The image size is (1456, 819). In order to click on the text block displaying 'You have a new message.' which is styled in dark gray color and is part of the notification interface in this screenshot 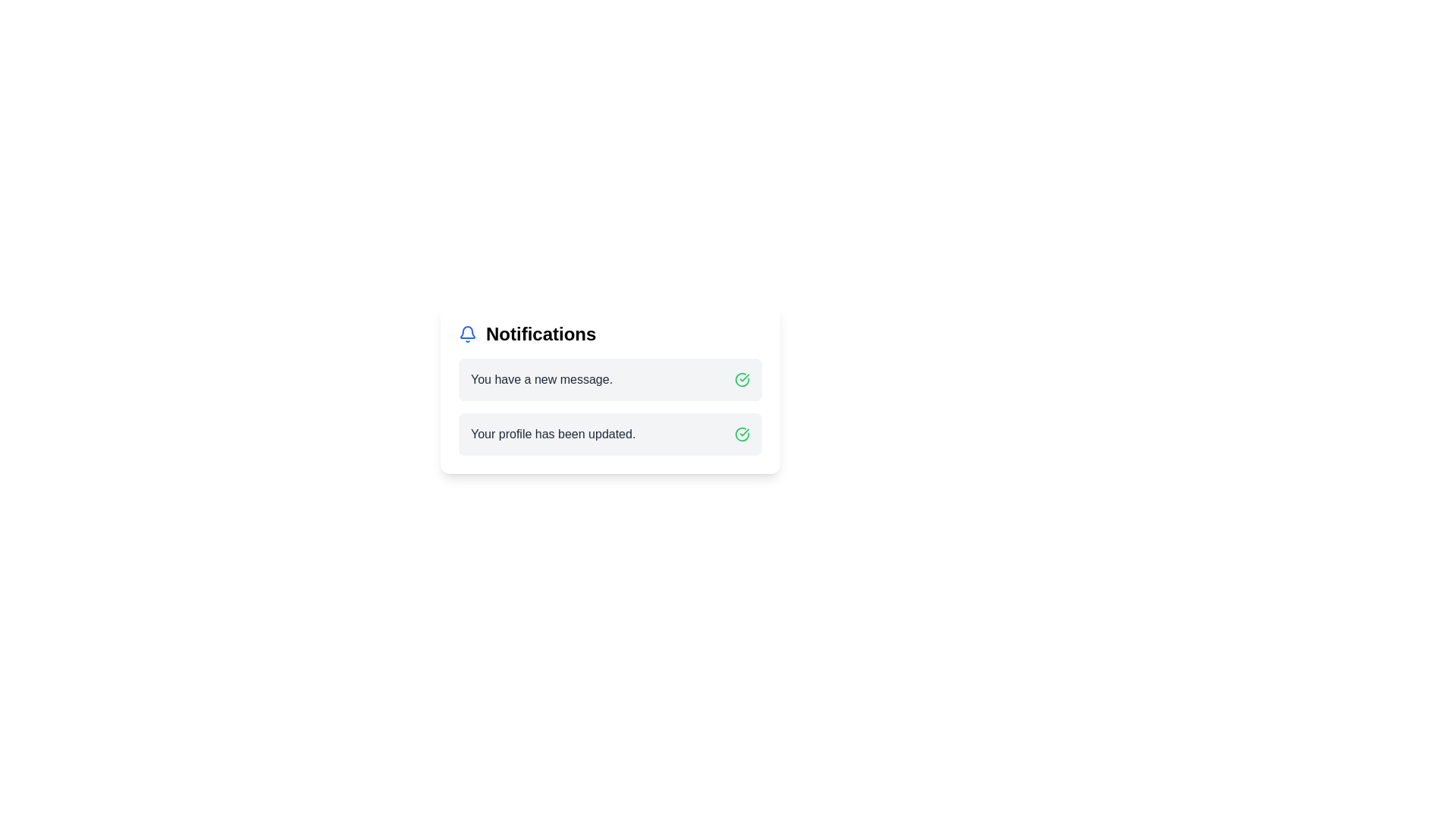, I will do `click(541, 379)`.